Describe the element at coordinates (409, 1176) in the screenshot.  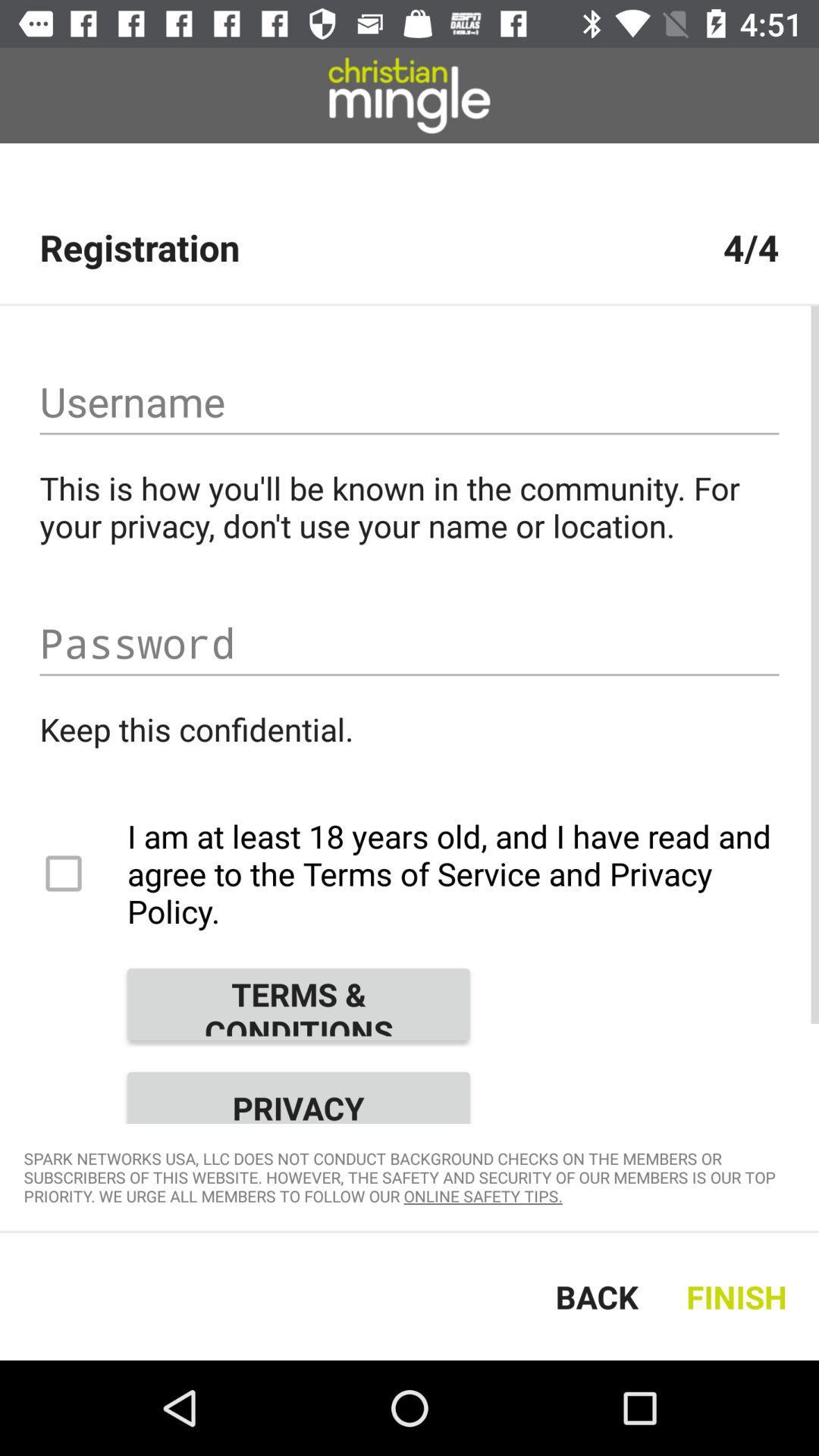
I see `the spark networks usa icon` at that location.